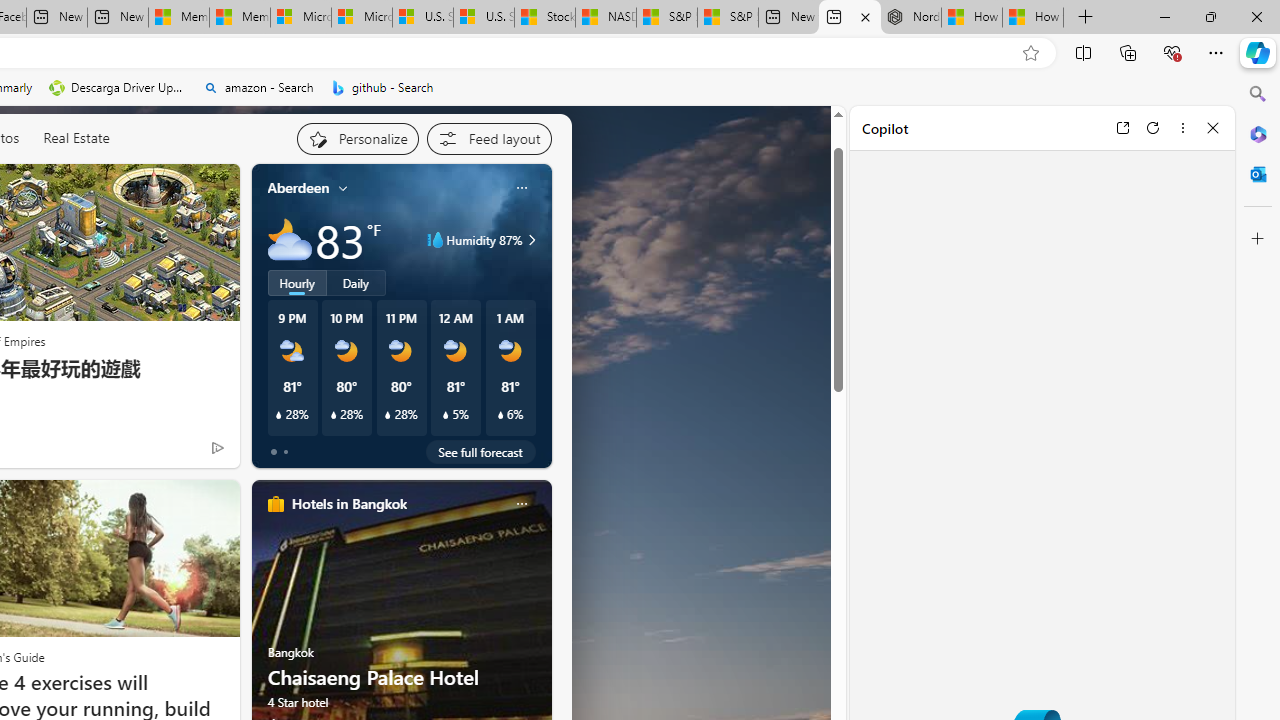  What do you see at coordinates (76, 136) in the screenshot?
I see `'Real Estate'` at bounding box center [76, 136].